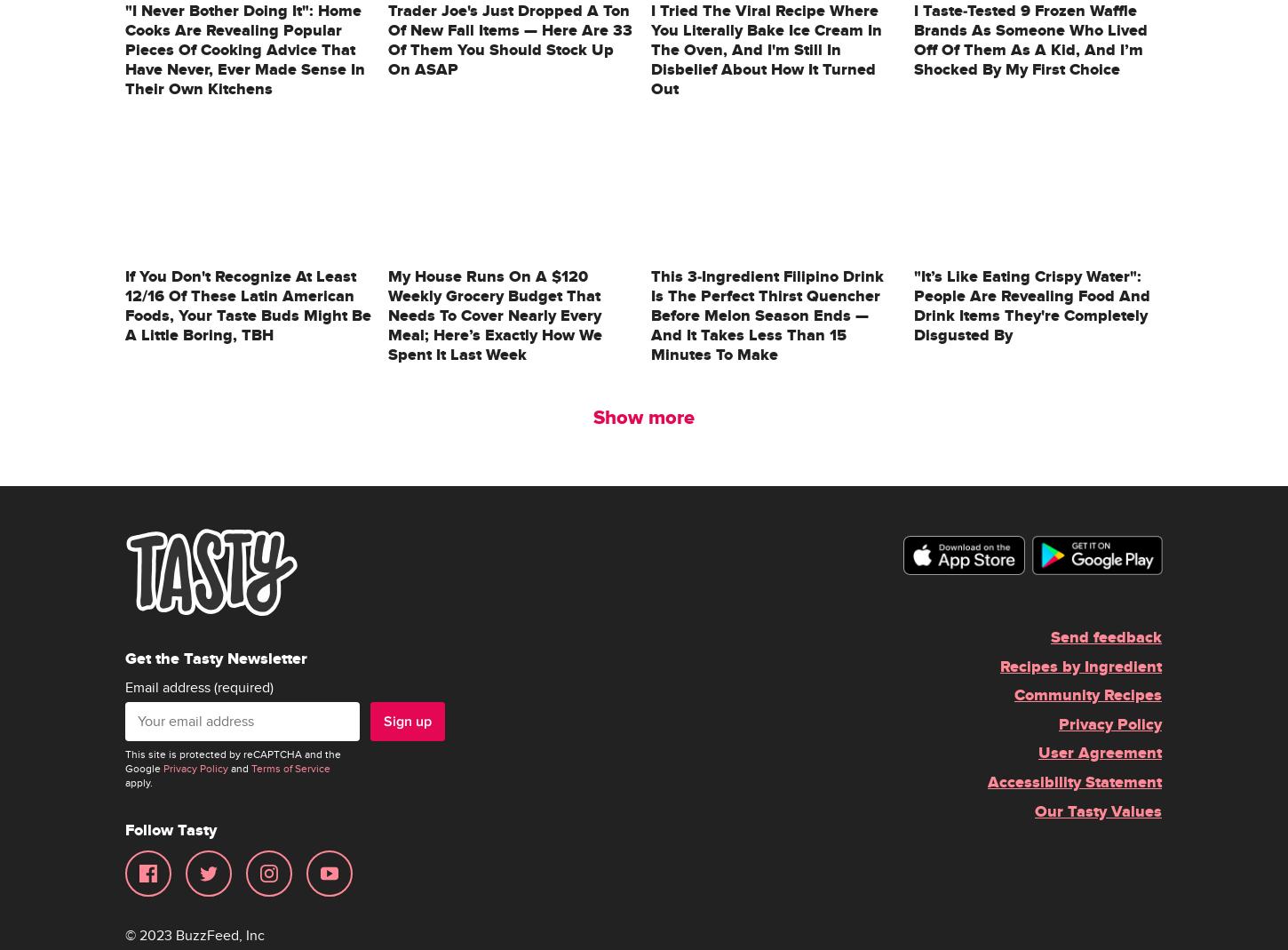  Describe the element at coordinates (123, 829) in the screenshot. I see `'Follow Tasty'` at that location.